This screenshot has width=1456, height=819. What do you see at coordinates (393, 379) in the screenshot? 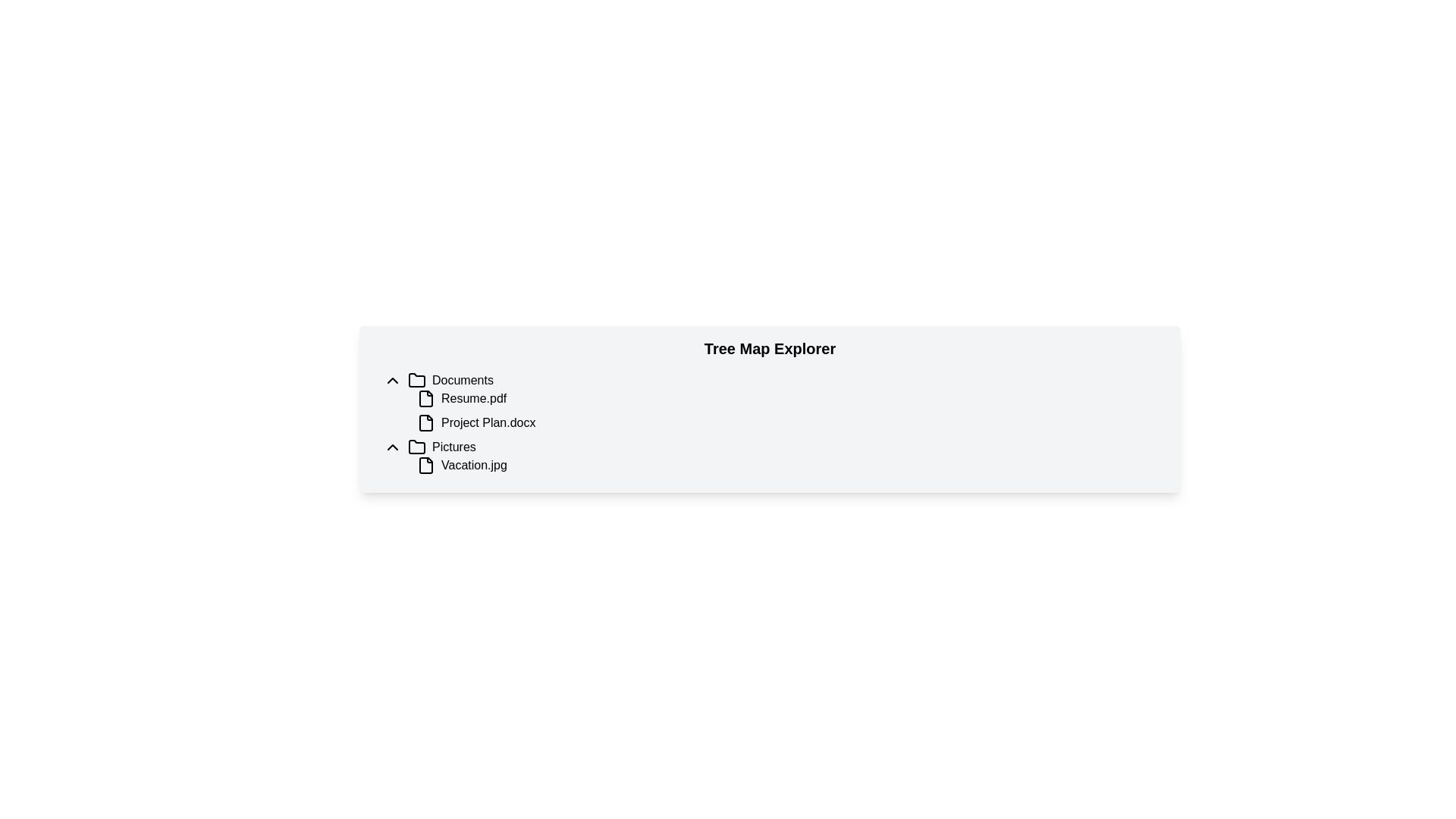
I see `the Icon button located at the top-left of the 'Documents' section` at bounding box center [393, 379].